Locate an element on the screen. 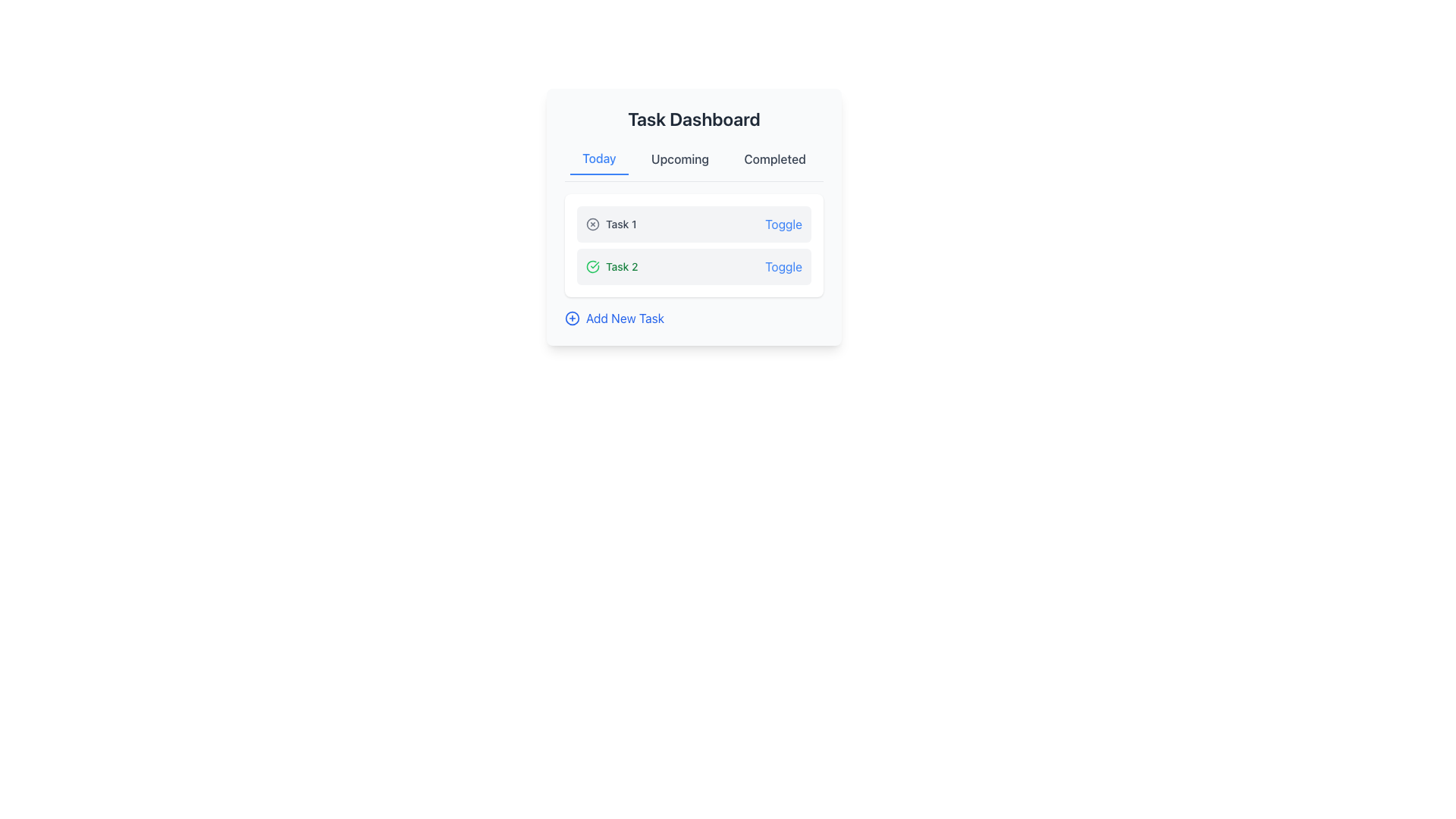 Image resolution: width=1456 pixels, height=819 pixels. the 'Completed' tasks button in the navigation menu is located at coordinates (775, 158).